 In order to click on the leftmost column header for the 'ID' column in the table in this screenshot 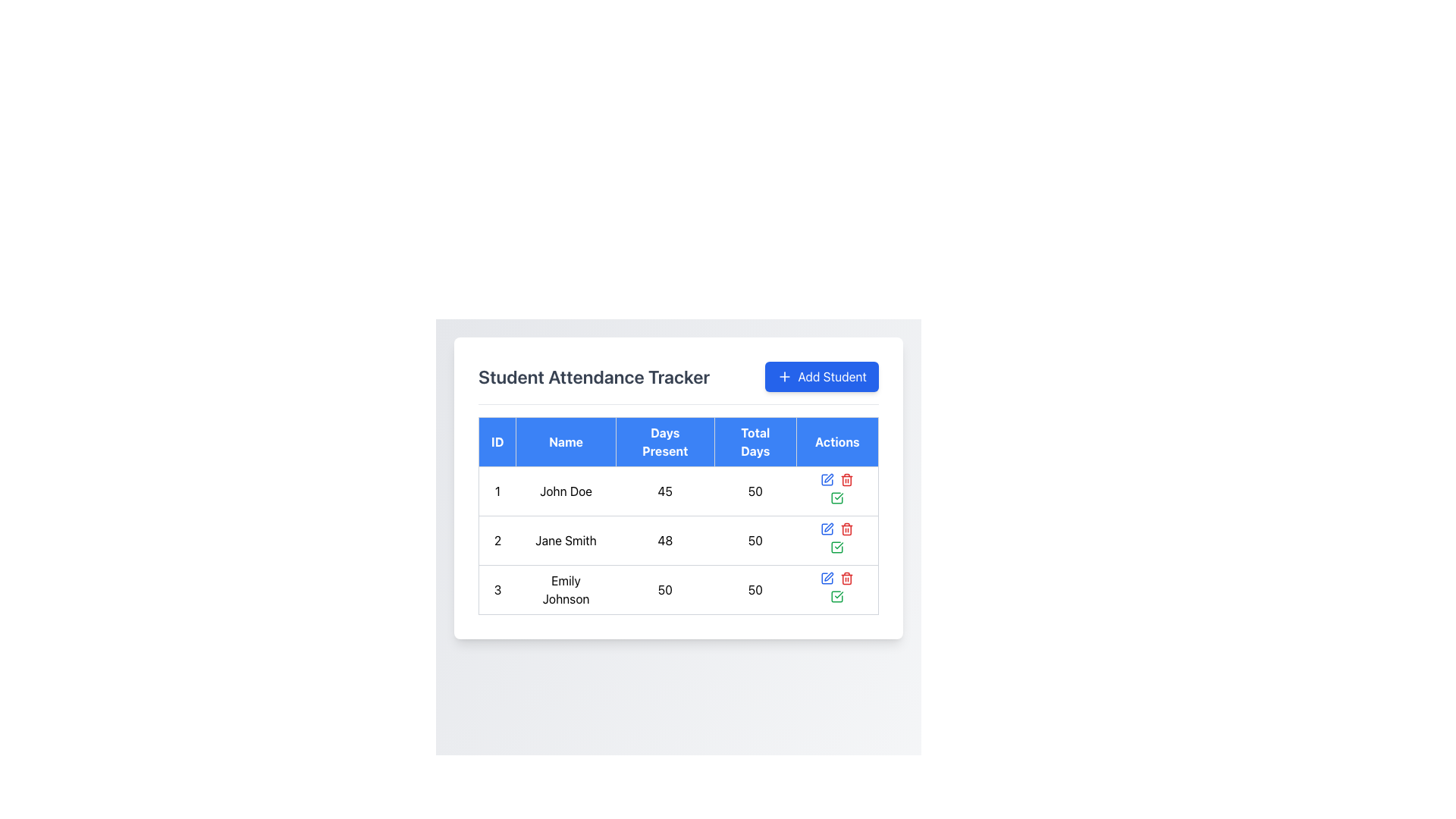, I will do `click(497, 441)`.